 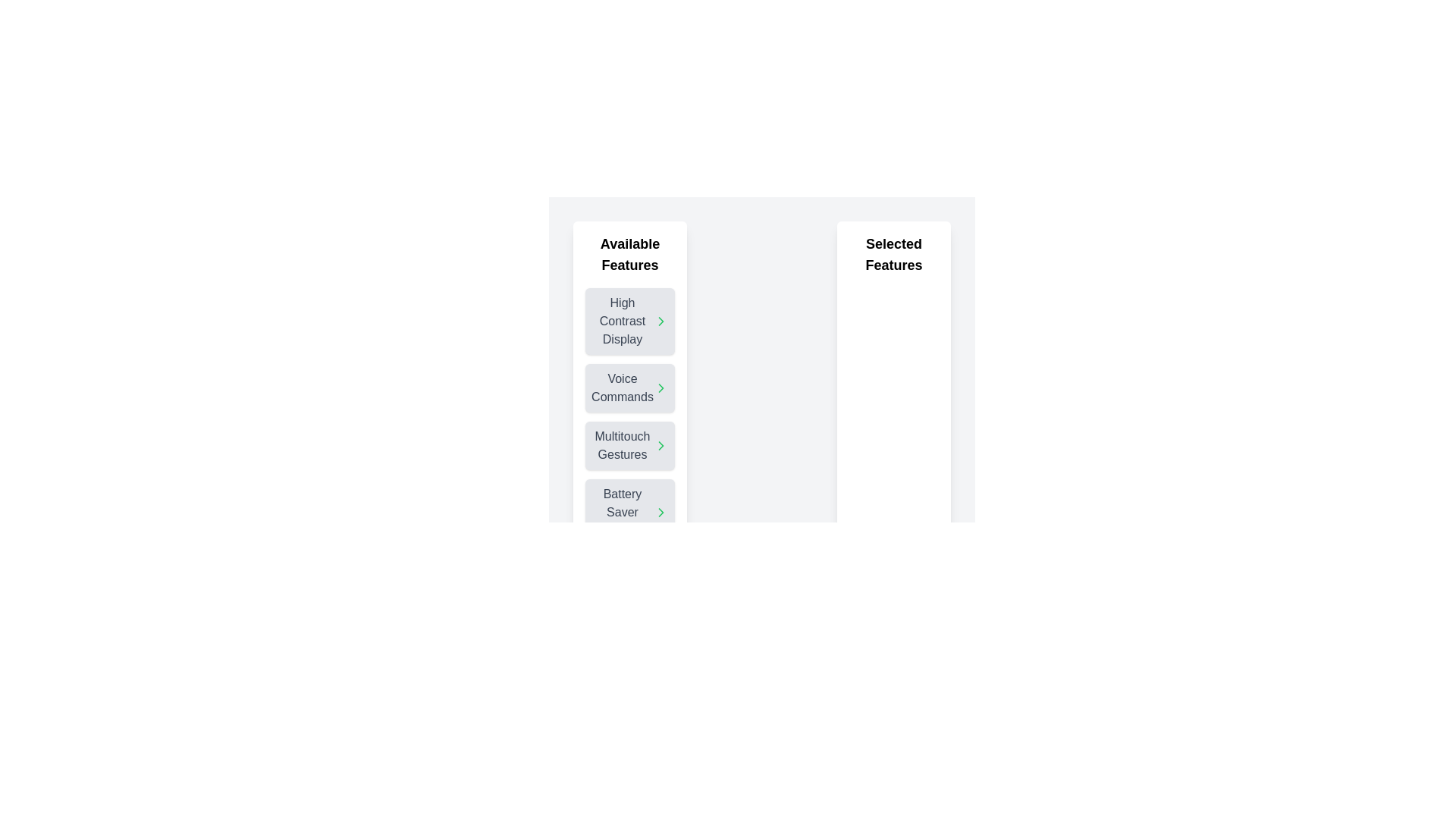 I want to click on the transfer button for the item 'Multitouch Gestures' in the available features list to move it to the selected features list, so click(x=661, y=444).